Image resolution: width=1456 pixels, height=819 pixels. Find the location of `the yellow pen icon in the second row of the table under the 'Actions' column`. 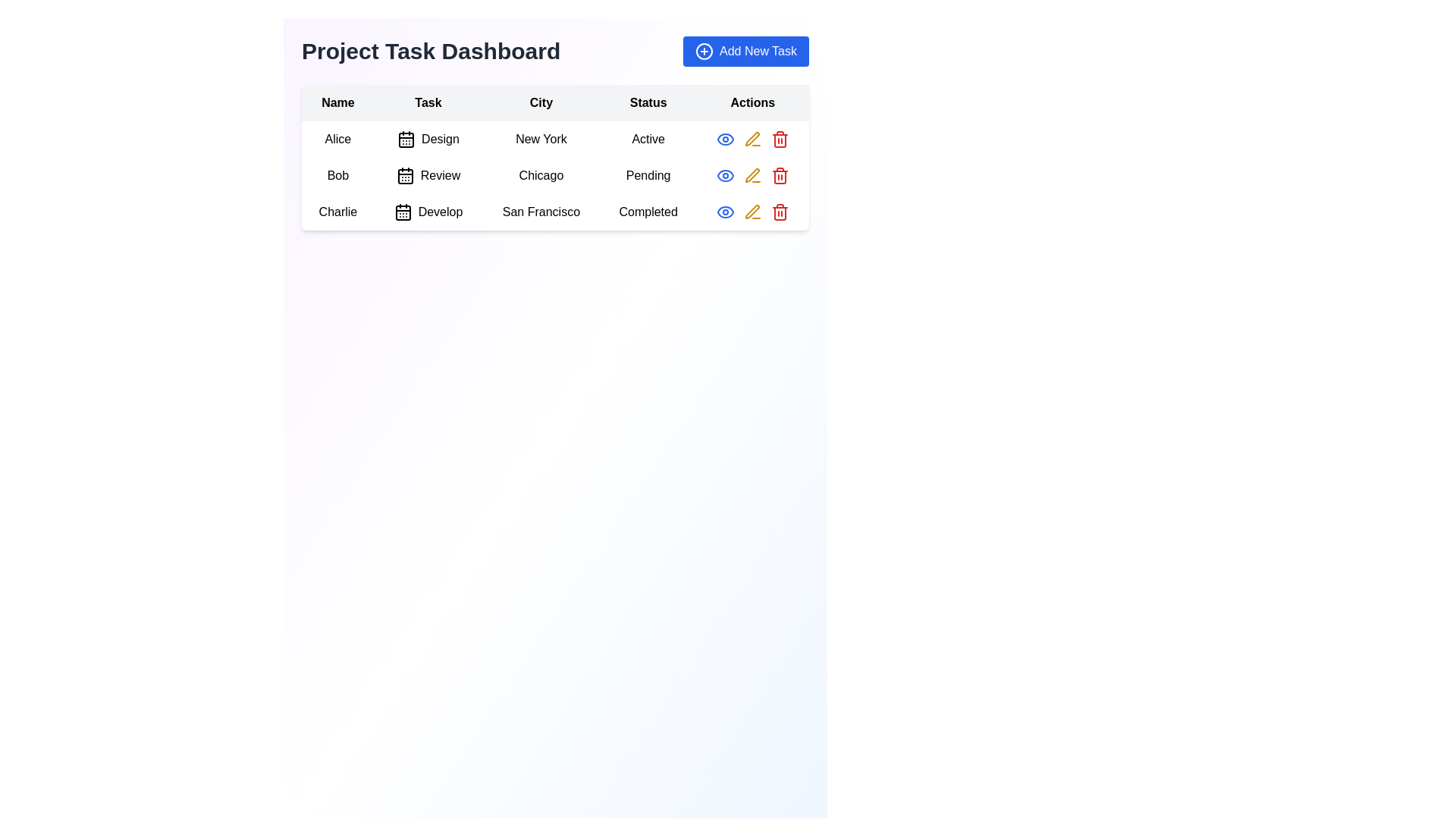

the yellow pen icon in the second row of the table under the 'Actions' column is located at coordinates (752, 174).